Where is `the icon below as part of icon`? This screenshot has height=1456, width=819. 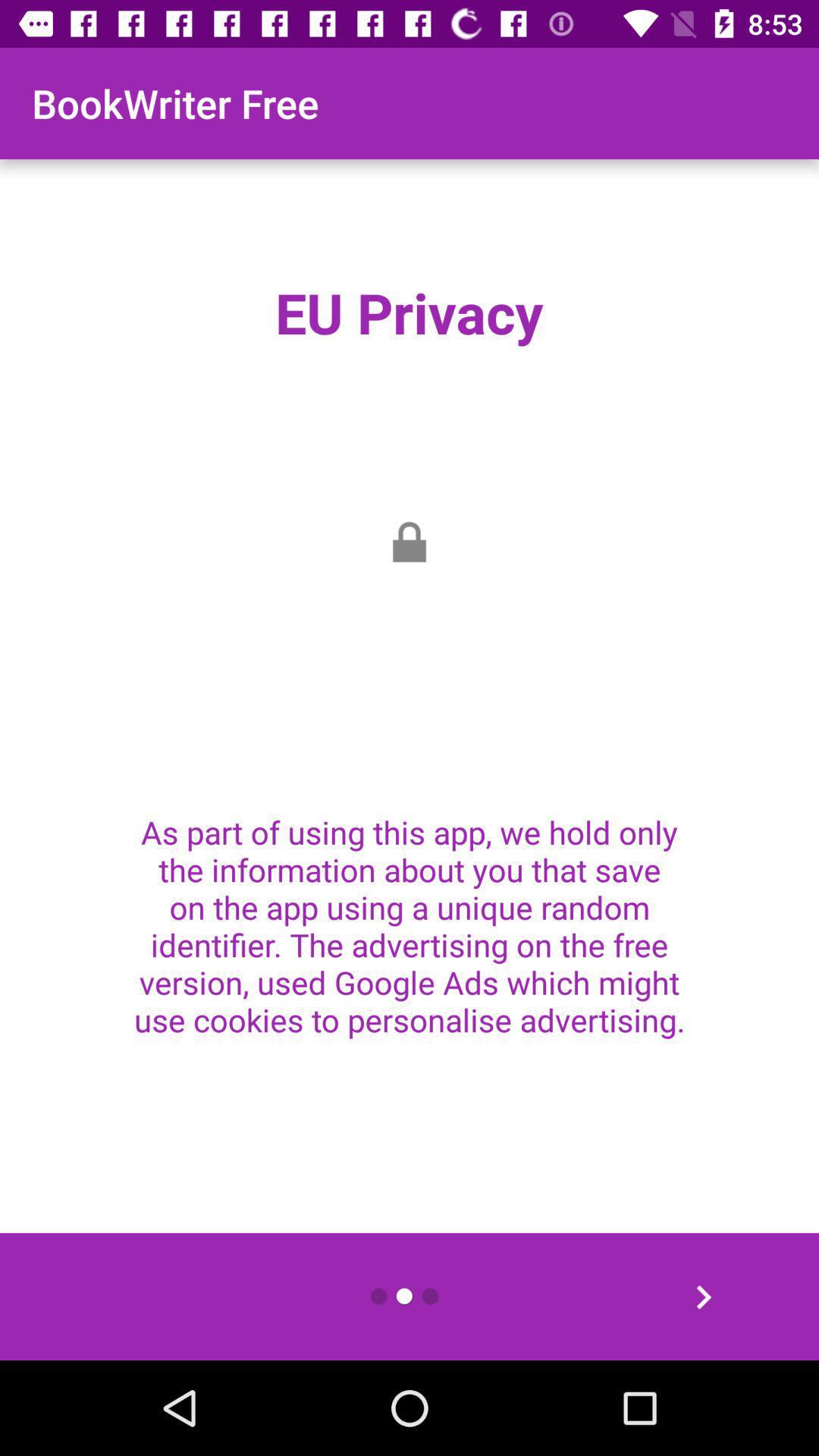 the icon below as part of icon is located at coordinates (703, 1296).